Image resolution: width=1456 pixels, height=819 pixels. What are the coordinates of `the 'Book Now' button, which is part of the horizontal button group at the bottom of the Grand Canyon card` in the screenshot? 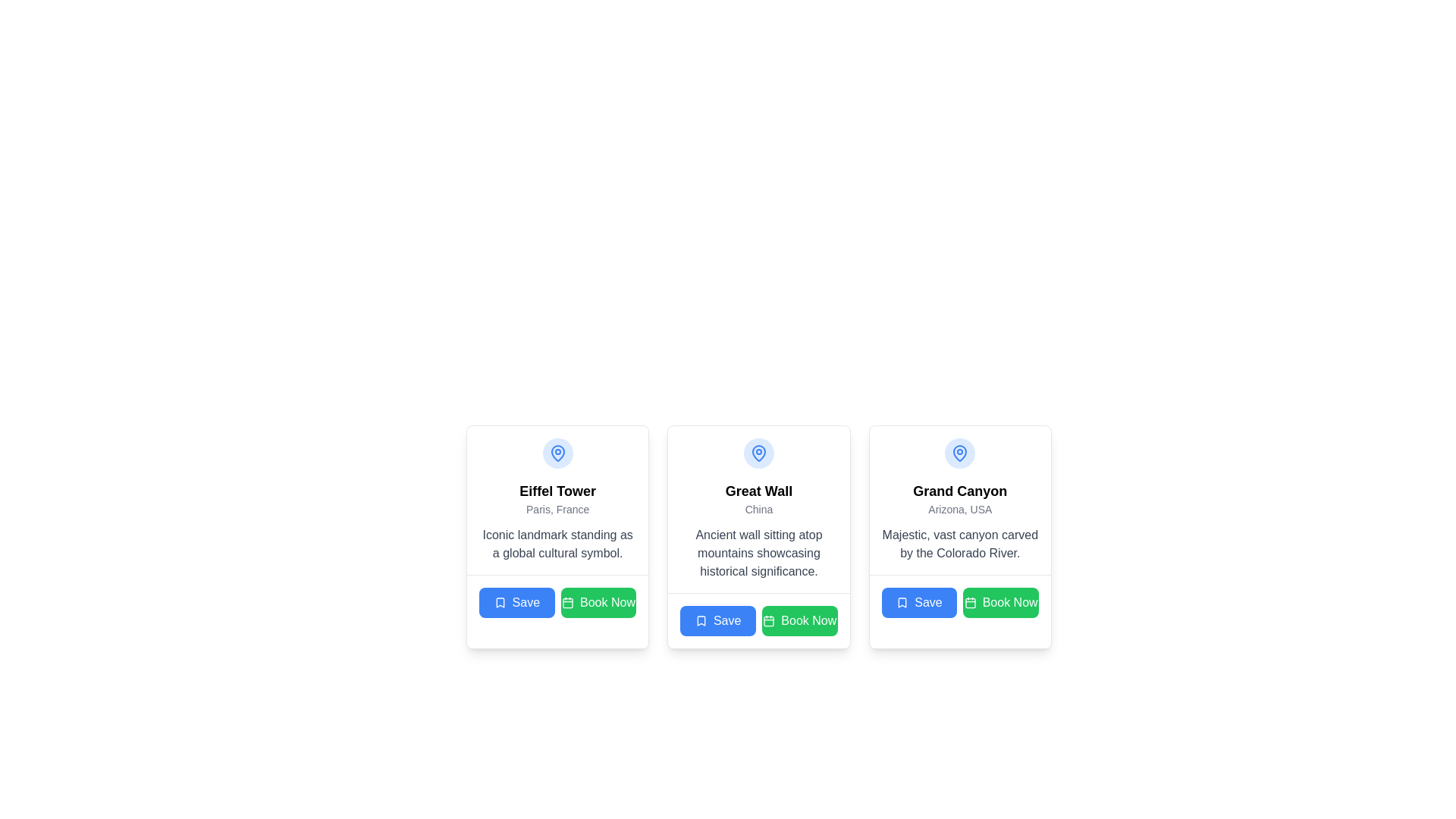 It's located at (959, 601).